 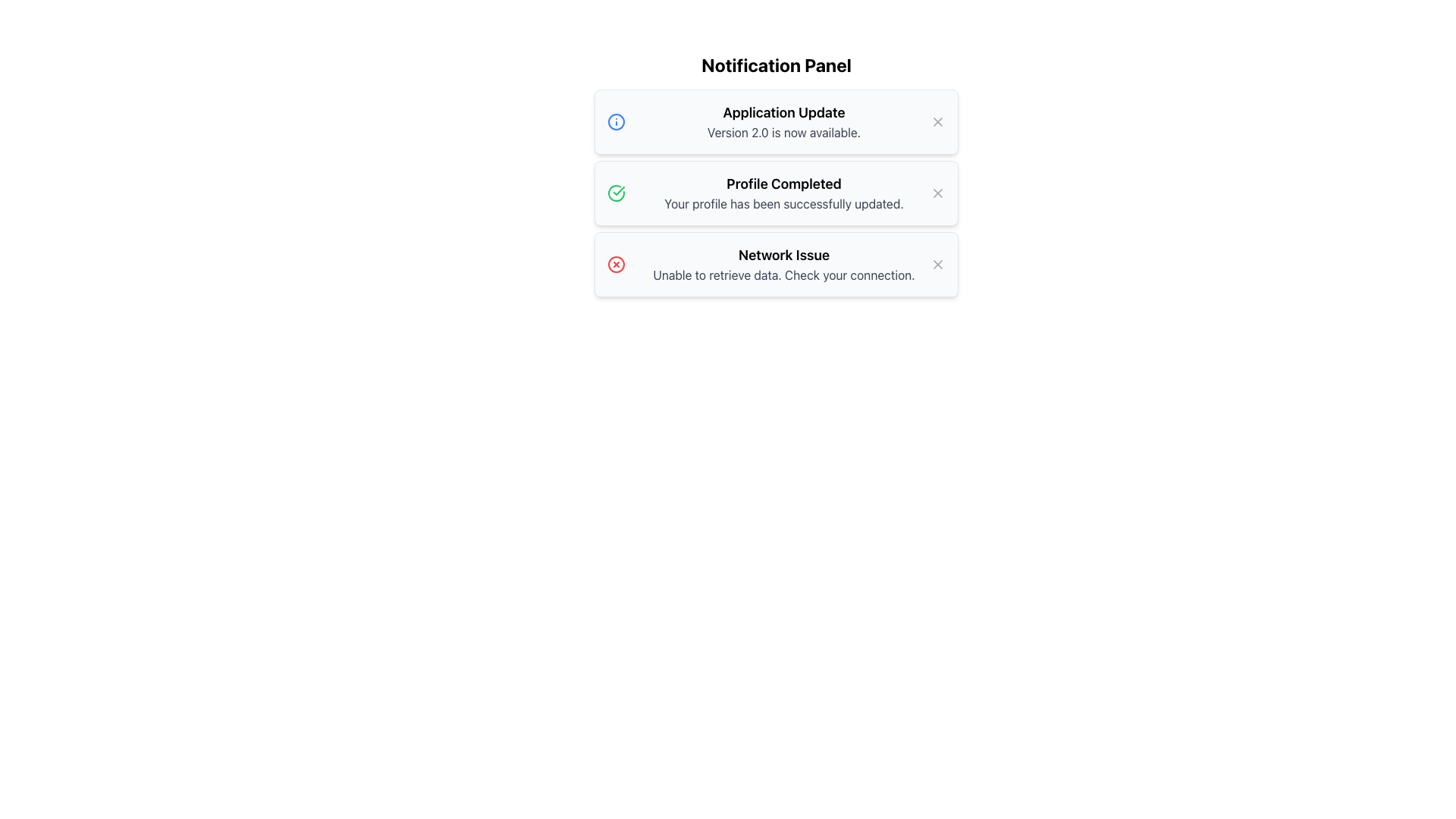 What do you see at coordinates (616, 192) in the screenshot?
I see `the icon indicating successful profile update, located on the leftmost side of the 'Profile Completed' notification in the notification panel` at bounding box center [616, 192].